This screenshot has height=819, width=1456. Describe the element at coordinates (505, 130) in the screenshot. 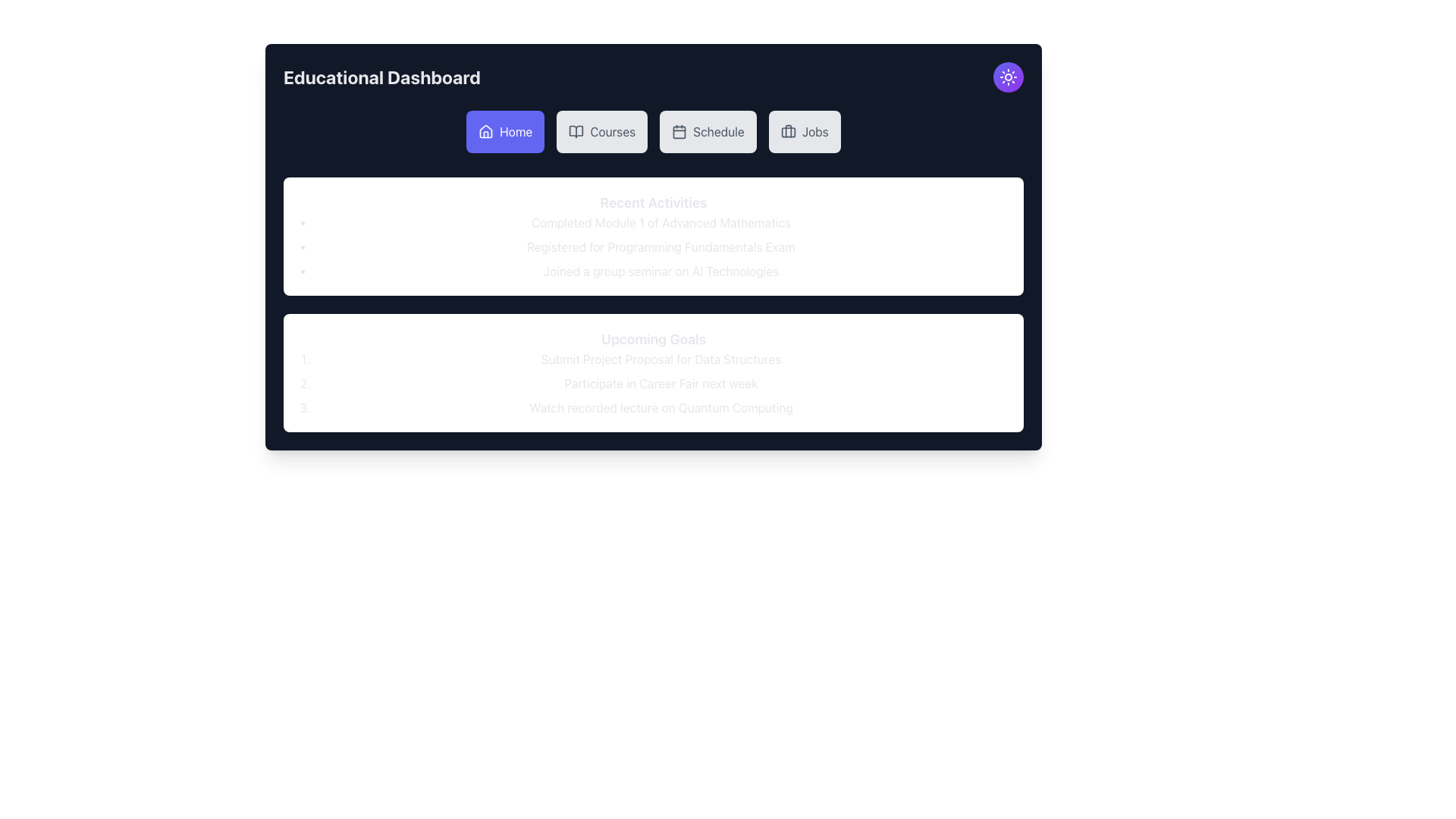

I see `the 'Home' button with a house icon and vibrant indigo background` at that location.